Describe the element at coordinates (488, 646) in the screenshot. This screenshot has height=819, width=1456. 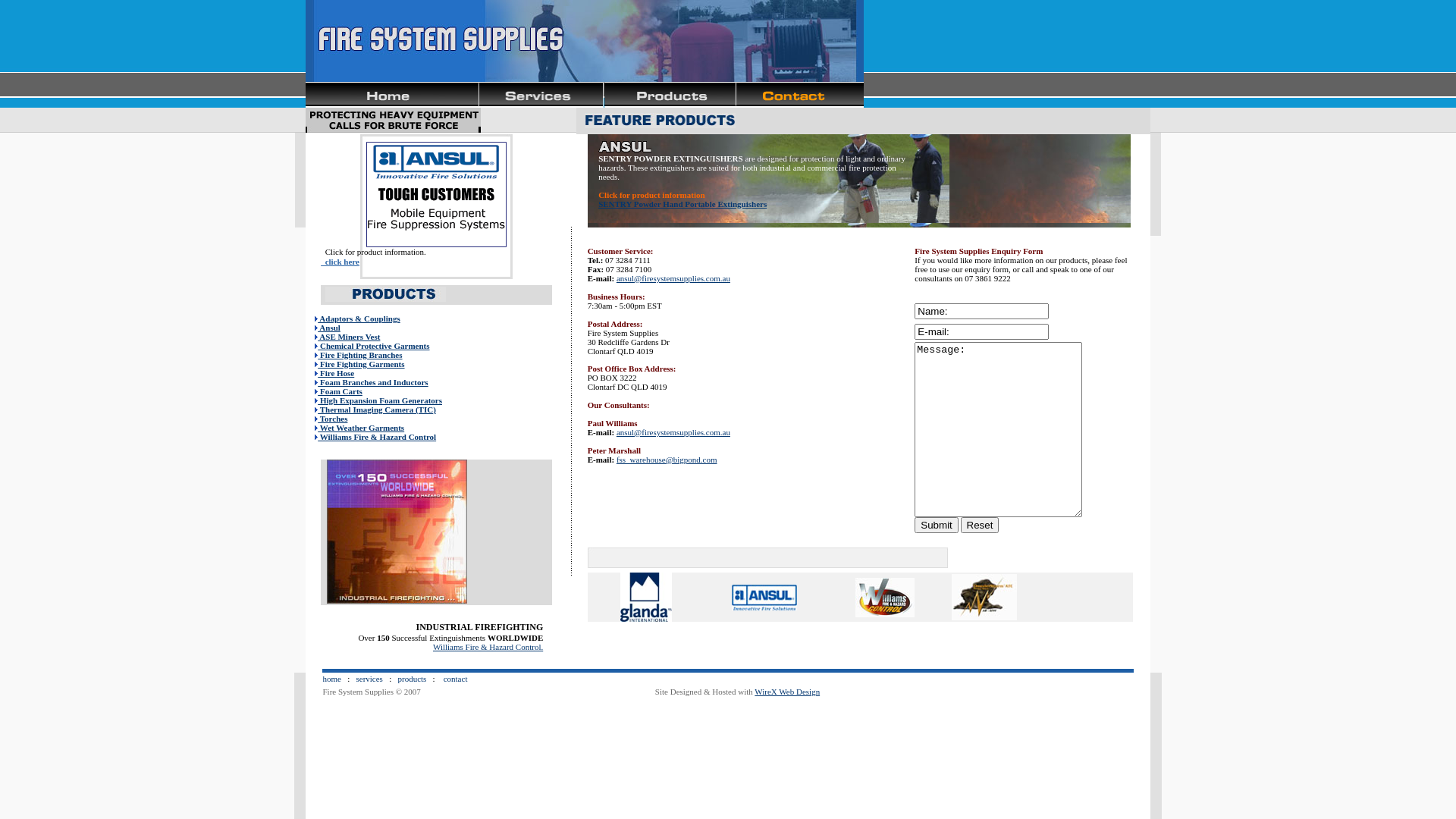
I see `'Williams Fire & Hazard Control.'` at that location.